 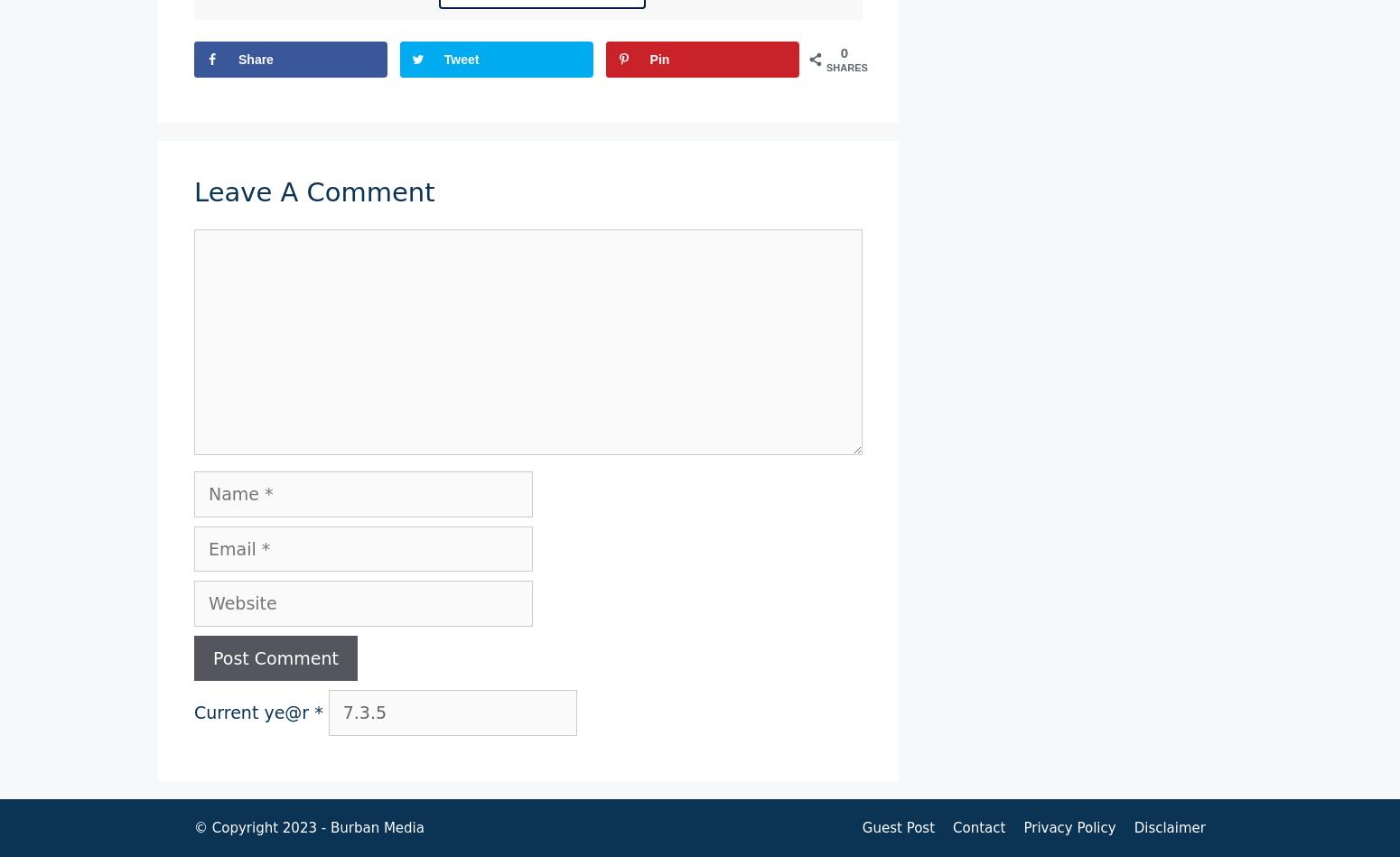 I want to click on '*', so click(x=317, y=712).